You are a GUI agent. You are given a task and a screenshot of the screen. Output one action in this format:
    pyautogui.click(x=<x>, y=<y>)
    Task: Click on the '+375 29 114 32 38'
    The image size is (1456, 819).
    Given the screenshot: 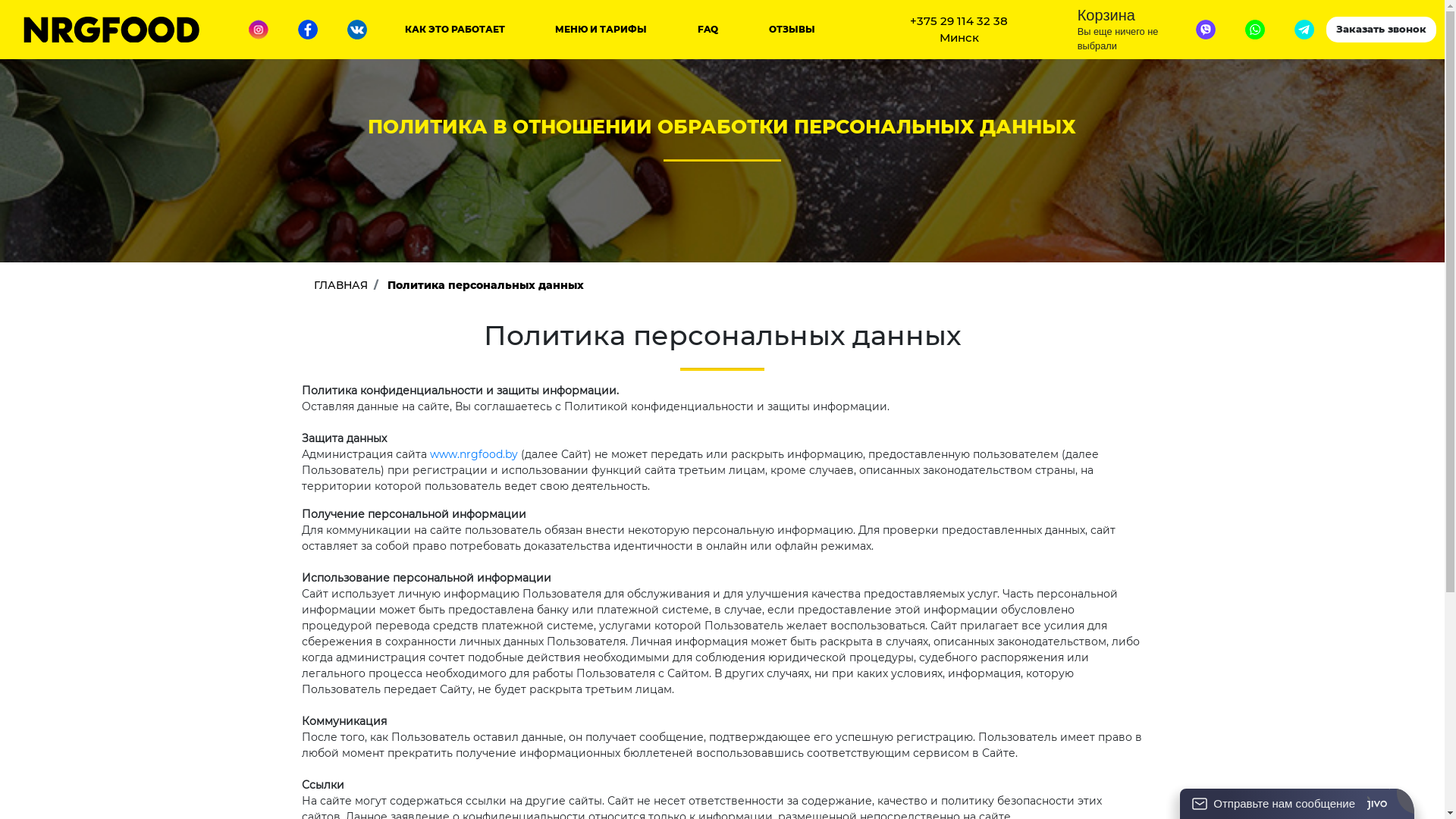 What is the action you would take?
    pyautogui.click(x=958, y=21)
    